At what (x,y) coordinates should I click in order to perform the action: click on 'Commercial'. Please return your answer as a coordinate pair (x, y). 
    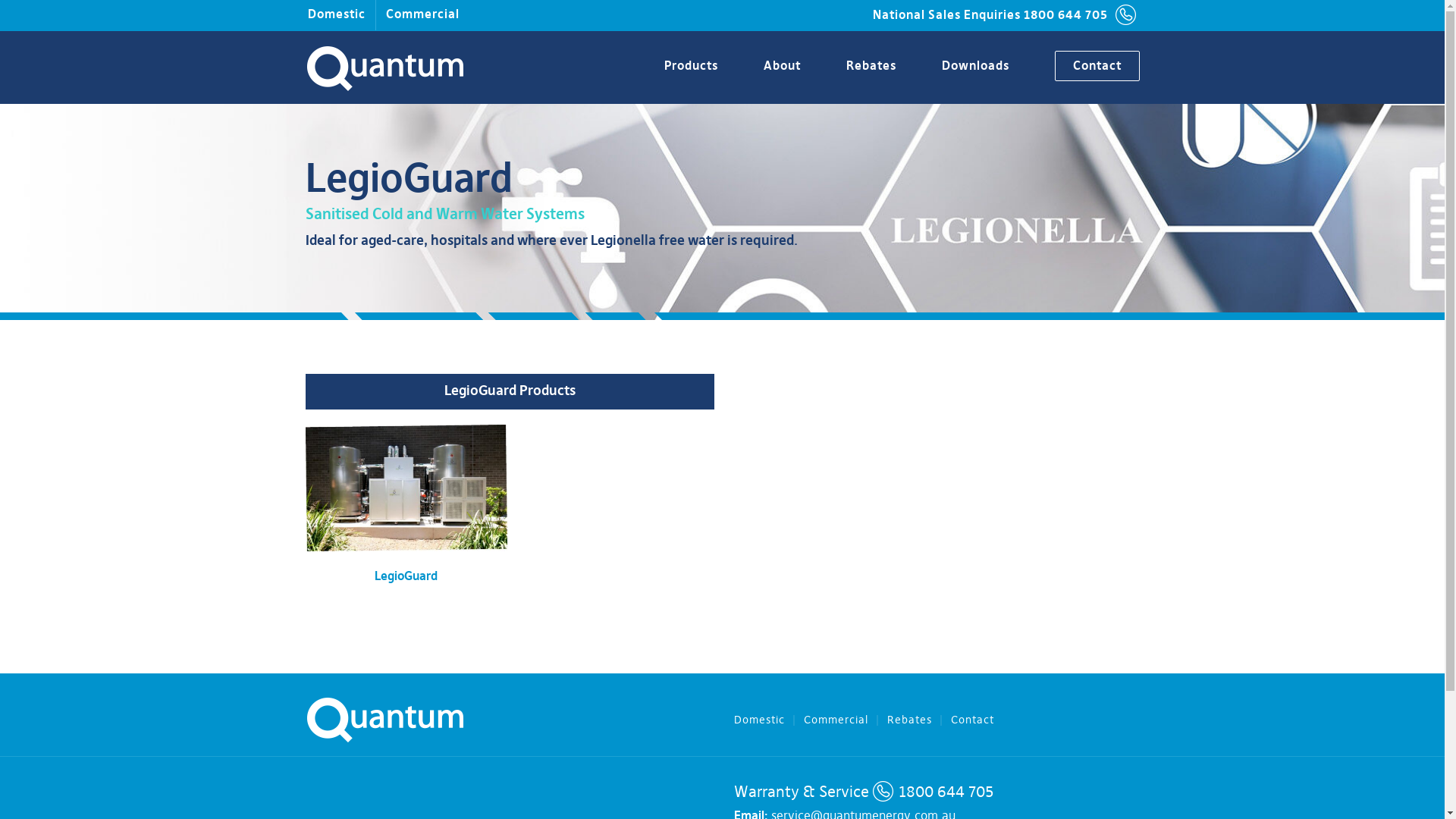
    Looking at the image, I should click on (844, 720).